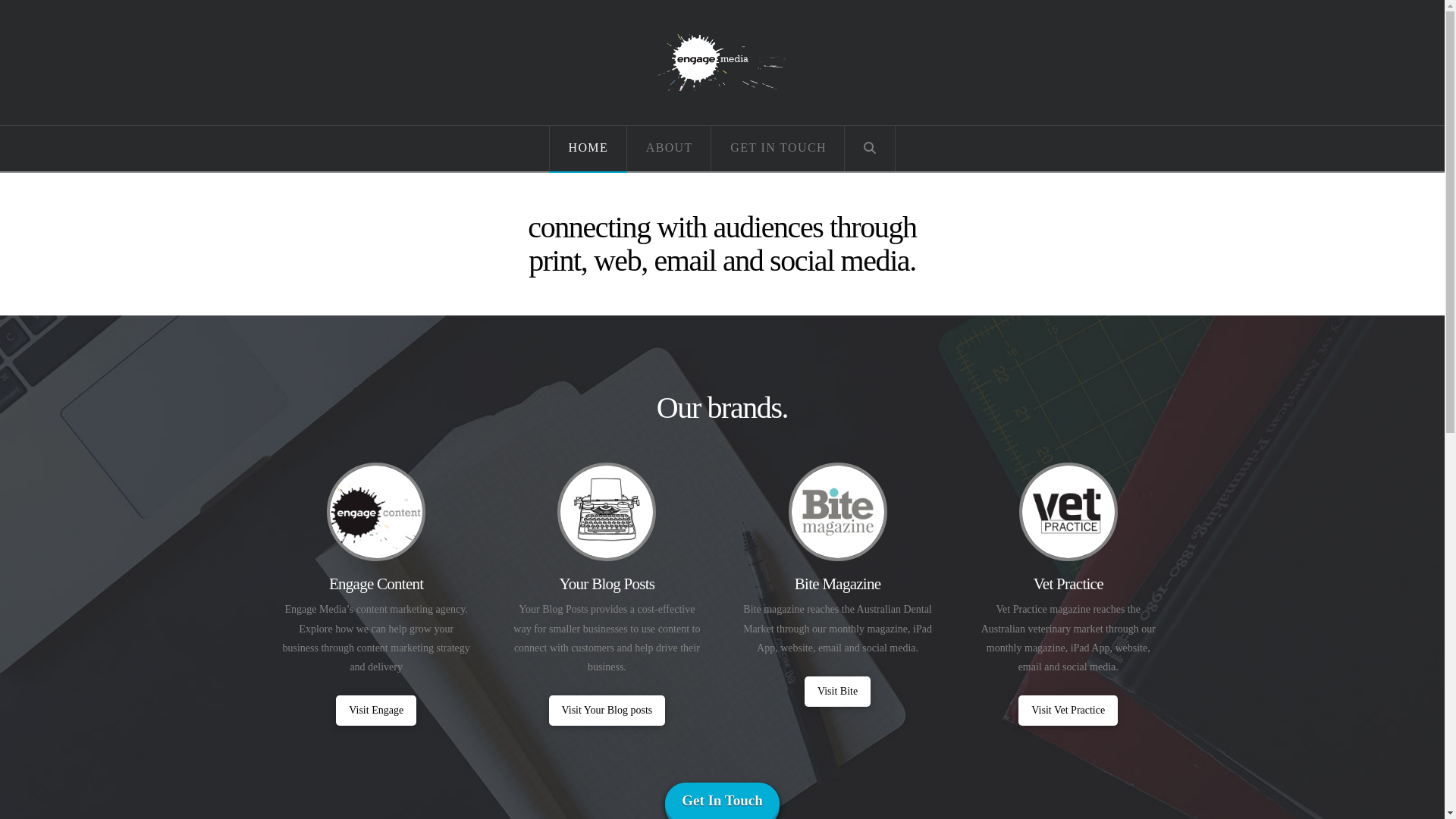 Image resolution: width=1456 pixels, height=819 pixels. Describe the element at coordinates (836, 691) in the screenshot. I see `'Visit Bite'` at that location.